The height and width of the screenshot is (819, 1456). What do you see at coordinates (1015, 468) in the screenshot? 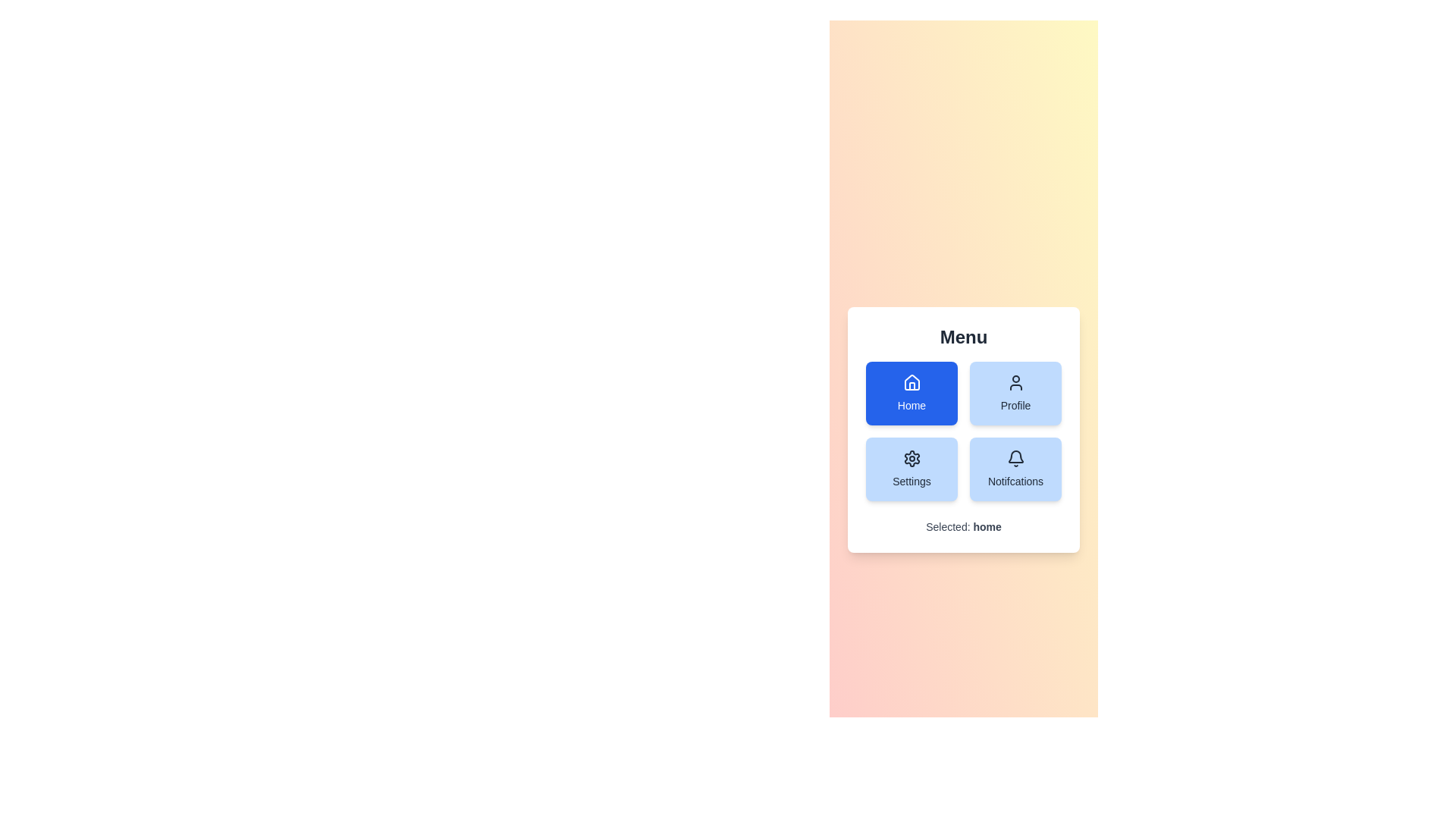
I see `the button labeled Notifications to observe visual feedback` at bounding box center [1015, 468].